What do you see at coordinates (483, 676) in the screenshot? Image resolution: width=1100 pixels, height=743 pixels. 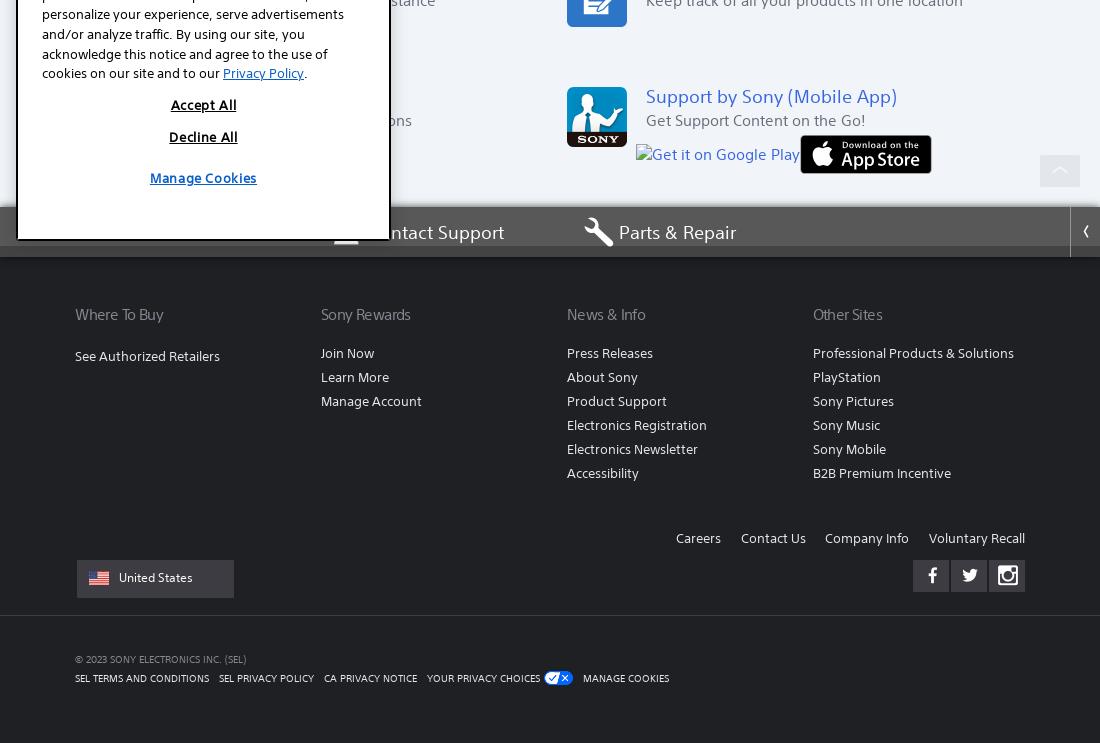 I see `'Your Privacy Choices'` at bounding box center [483, 676].